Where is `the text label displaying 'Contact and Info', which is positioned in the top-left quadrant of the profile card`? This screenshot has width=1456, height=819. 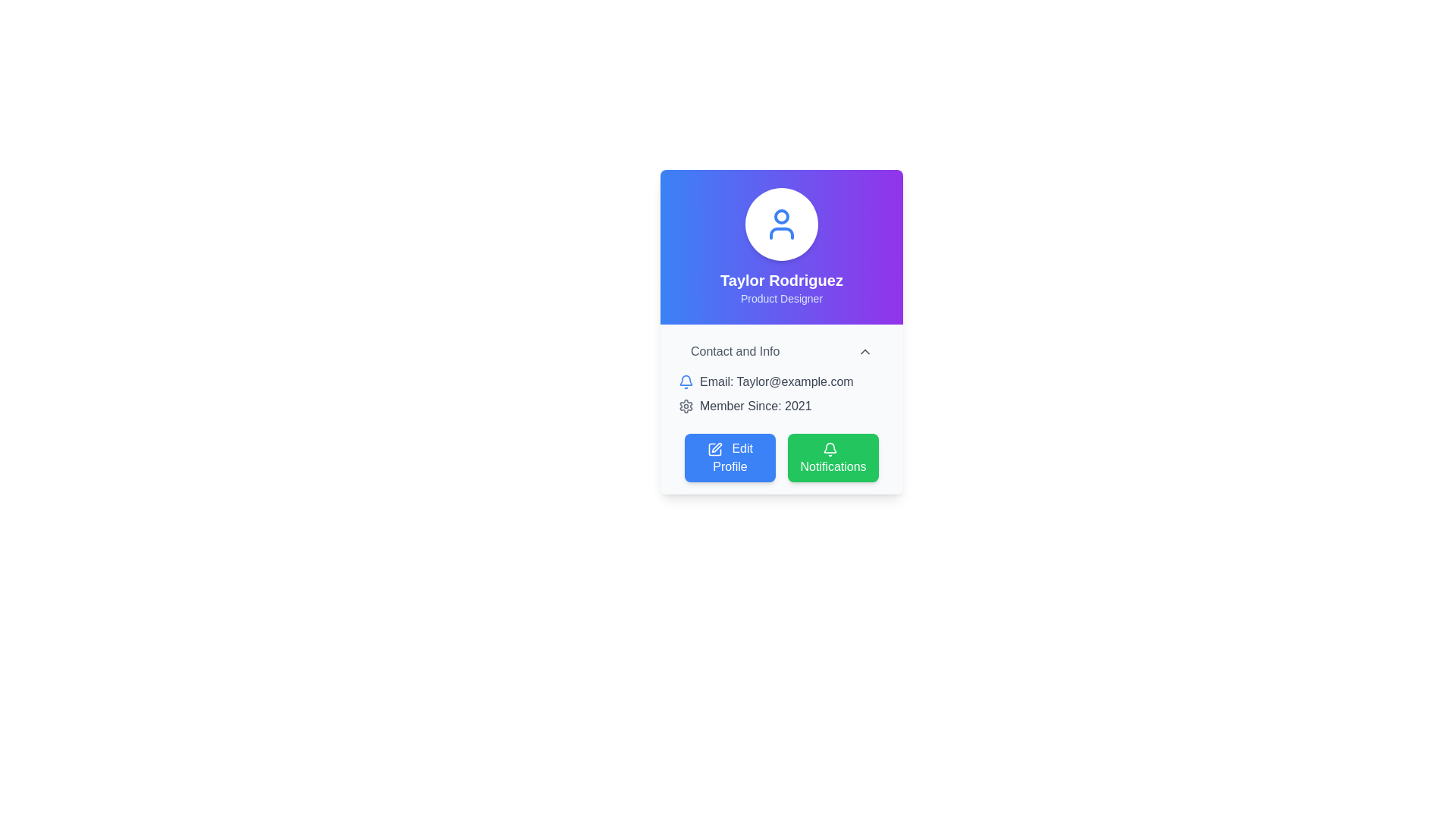
the text label displaying 'Contact and Info', which is positioned in the top-left quadrant of the profile card is located at coordinates (735, 351).